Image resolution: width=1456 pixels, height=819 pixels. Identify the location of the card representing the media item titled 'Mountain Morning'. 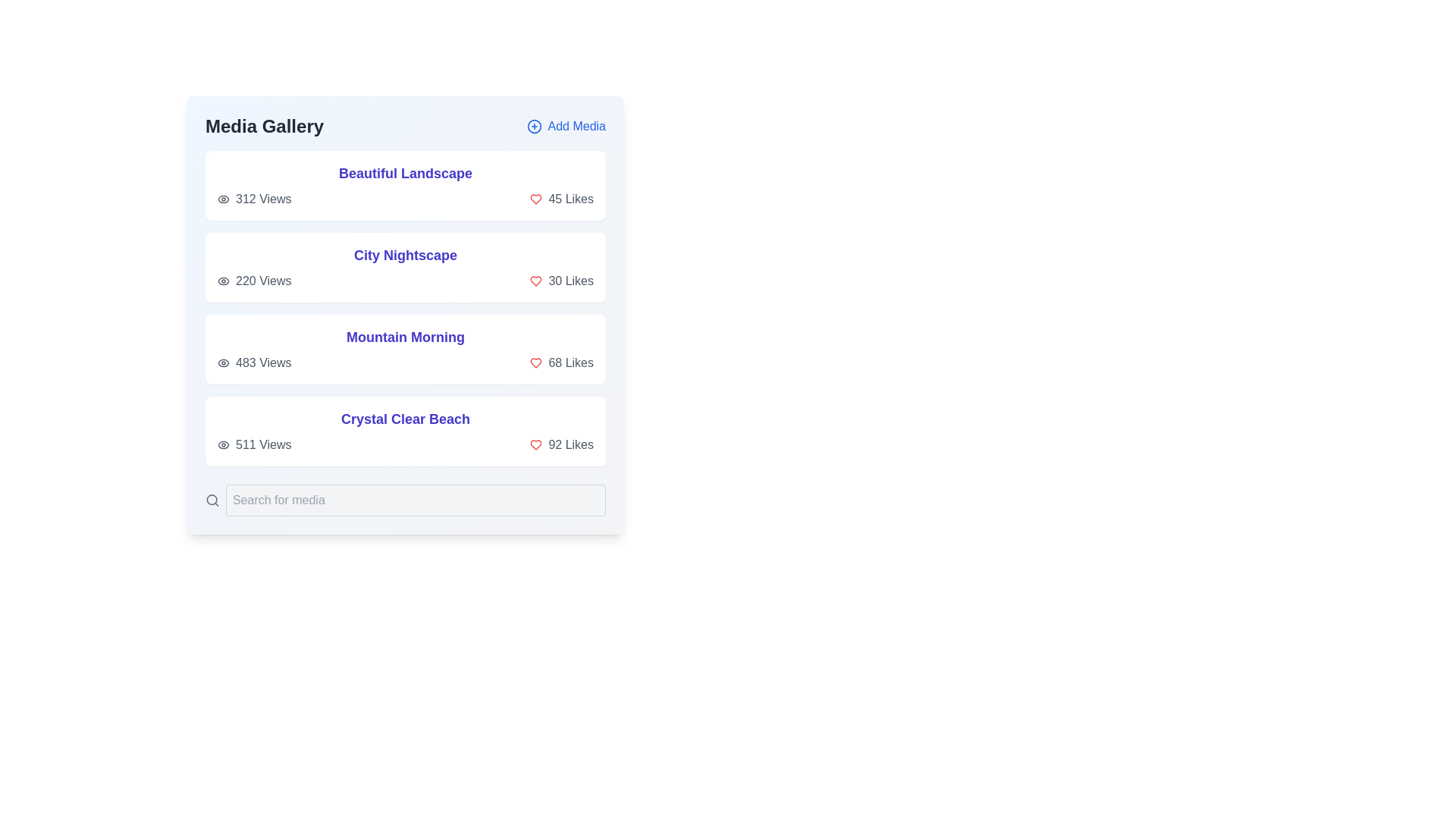
(405, 350).